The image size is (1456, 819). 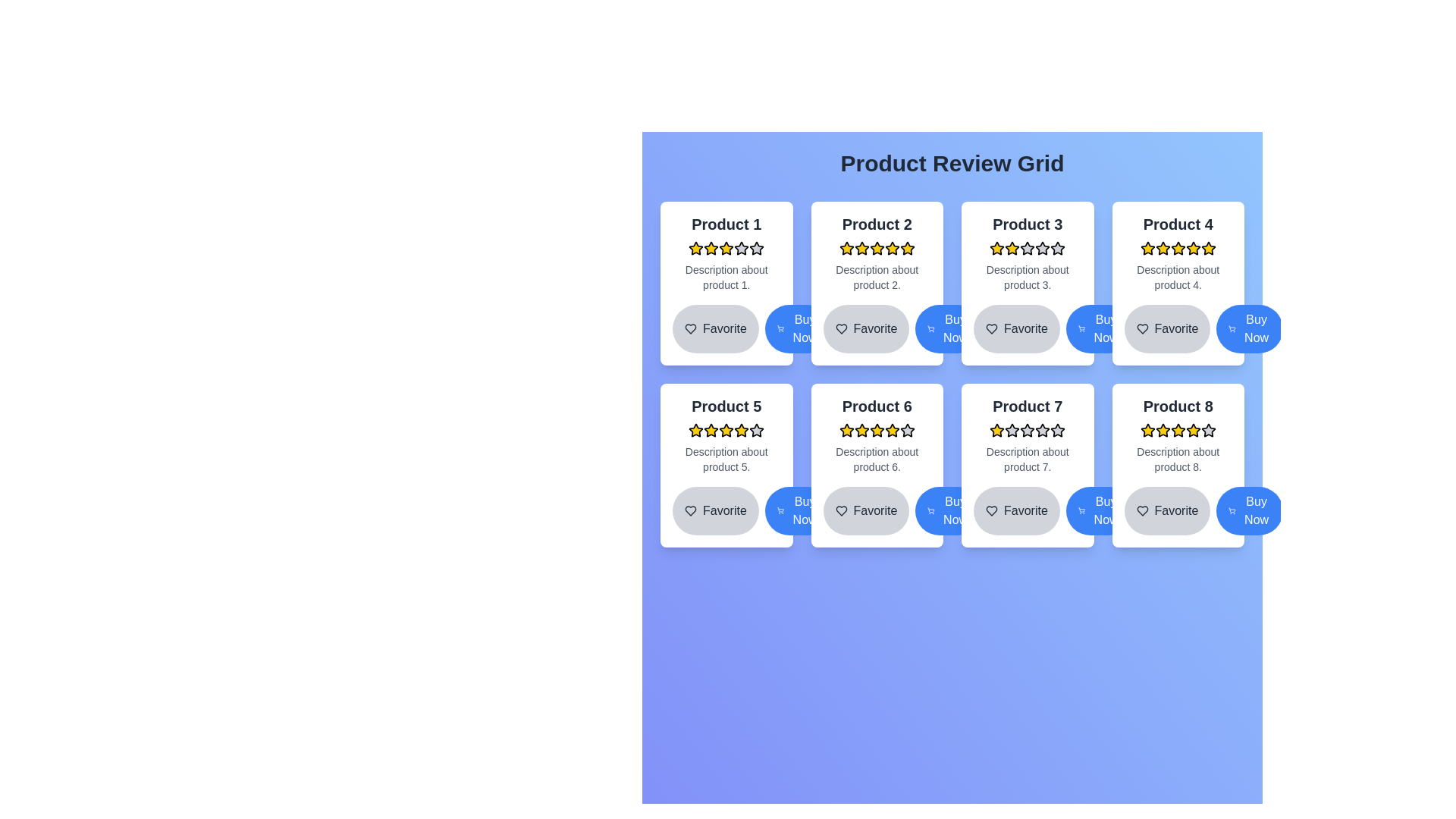 I want to click on the 'favorite' toggle button located at the bottom of 'Product 1' card to mark the item as favorite, so click(x=714, y=328).